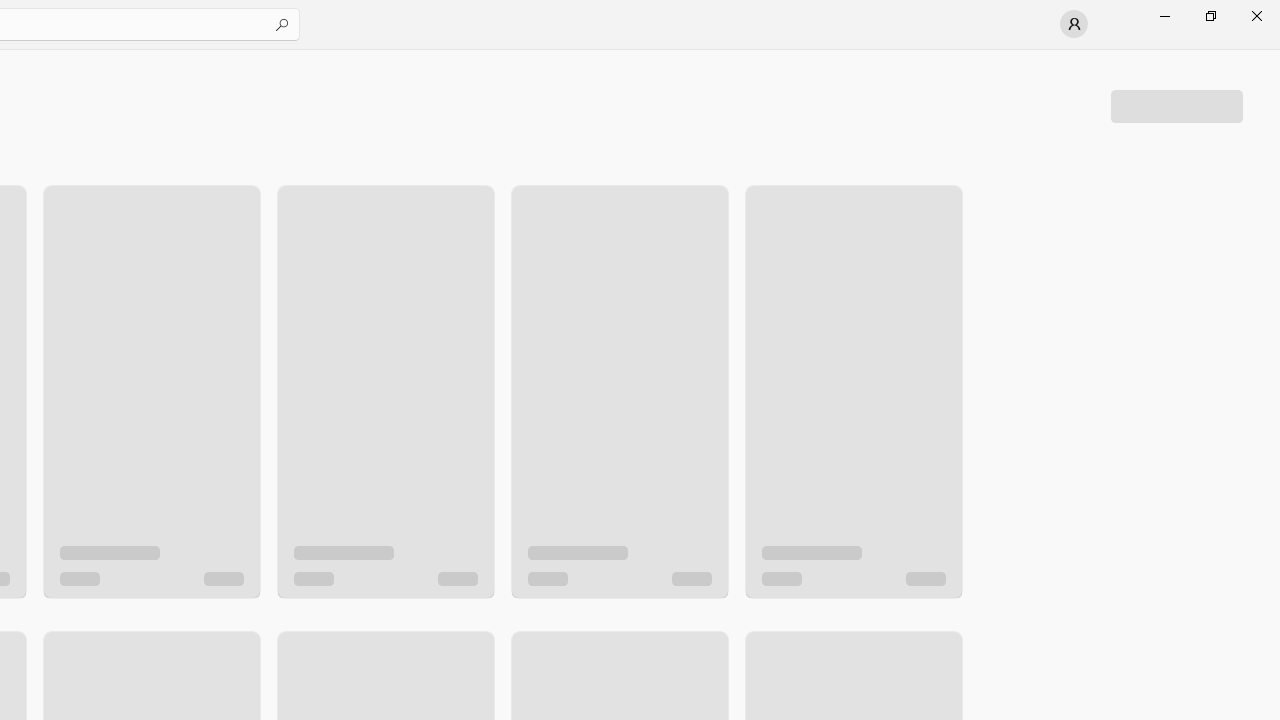 Image resolution: width=1280 pixels, height=720 pixels. I want to click on 'Filters', so click(1176, 105).